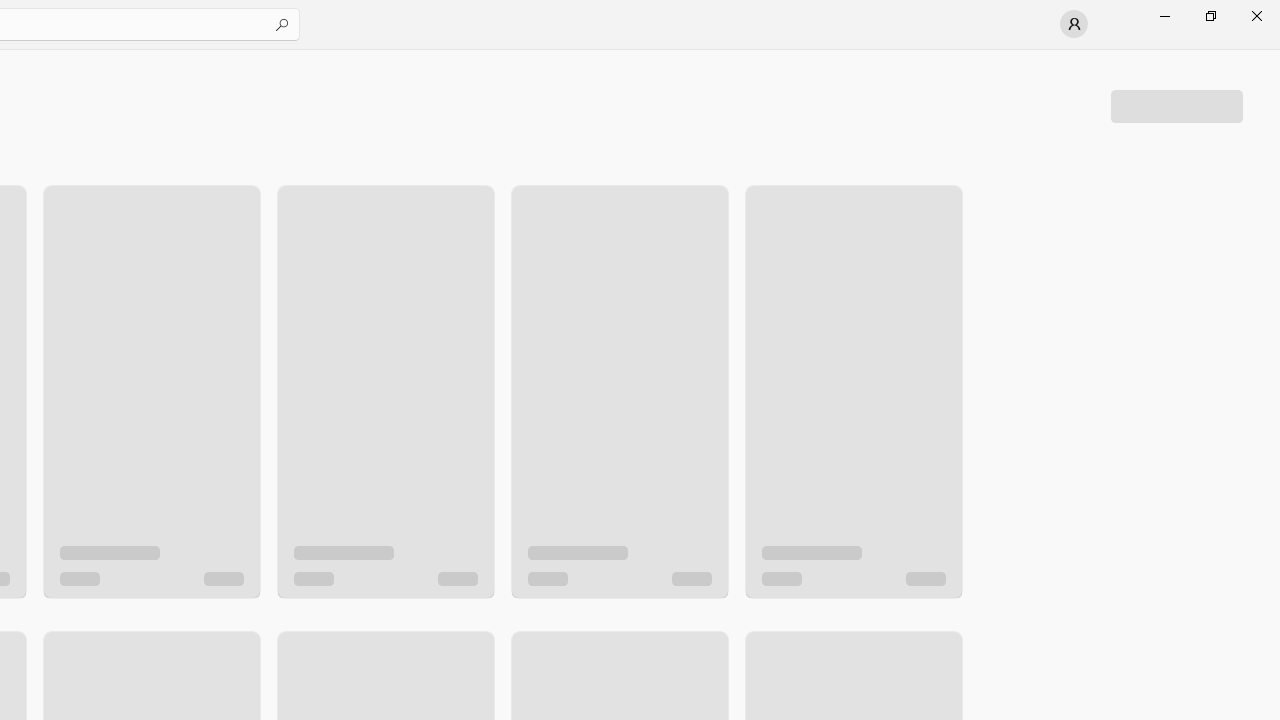 Image resolution: width=1280 pixels, height=720 pixels. I want to click on 'Filters', so click(1176, 105).